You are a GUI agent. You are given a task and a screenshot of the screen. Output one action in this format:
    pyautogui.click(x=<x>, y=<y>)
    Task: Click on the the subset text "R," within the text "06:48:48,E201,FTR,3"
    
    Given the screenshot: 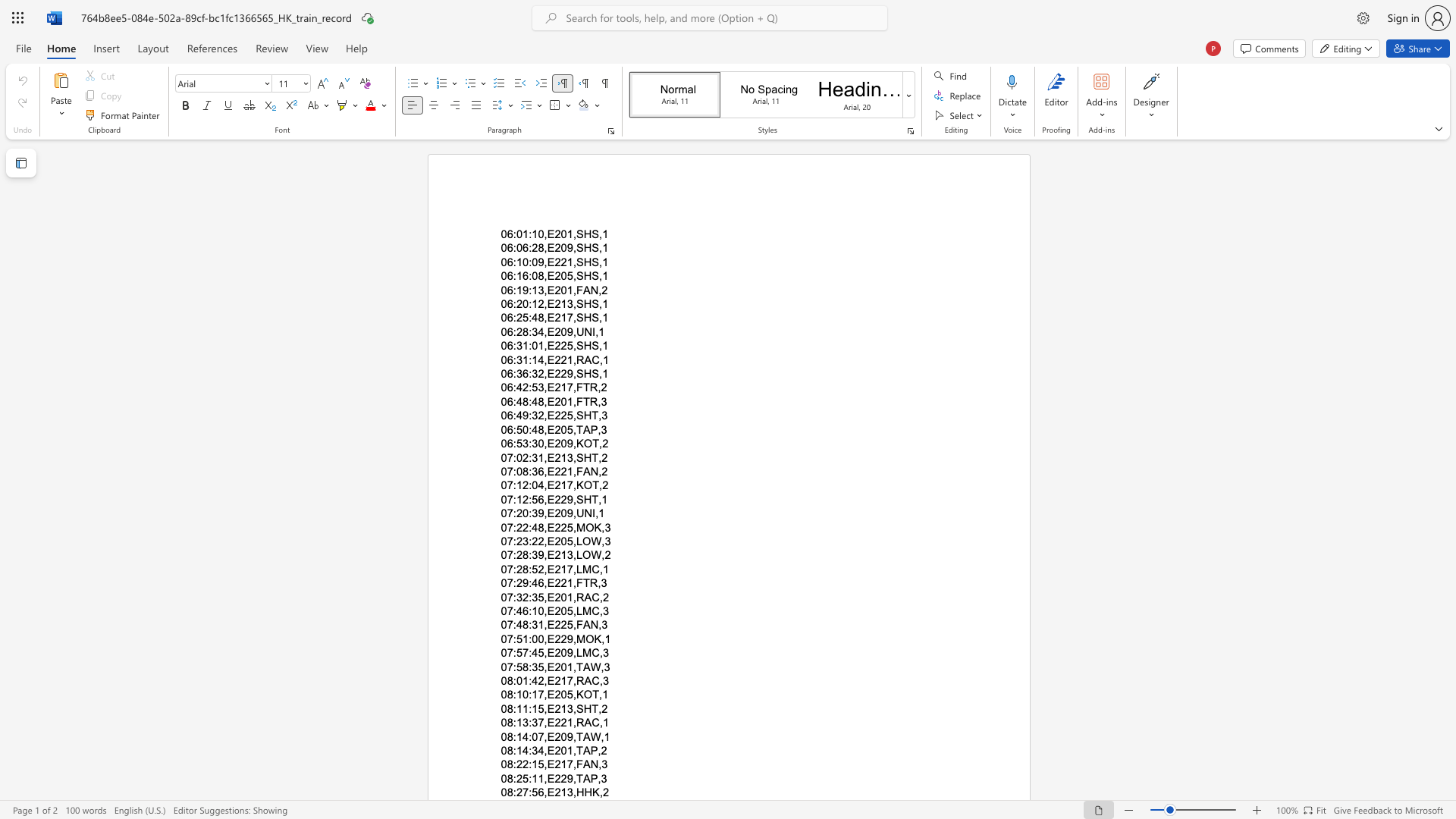 What is the action you would take?
    pyautogui.click(x=588, y=400)
    